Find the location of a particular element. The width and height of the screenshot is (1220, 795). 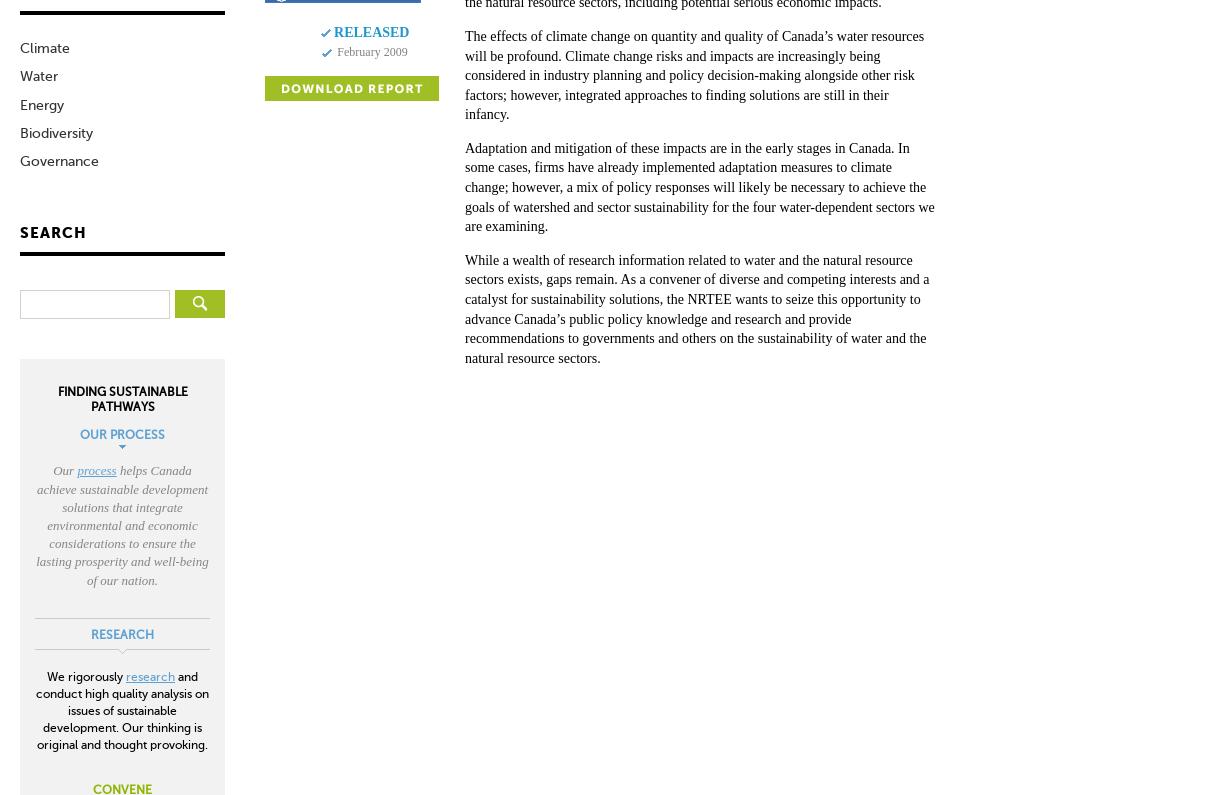

'RESEARCH' is located at coordinates (122, 634).